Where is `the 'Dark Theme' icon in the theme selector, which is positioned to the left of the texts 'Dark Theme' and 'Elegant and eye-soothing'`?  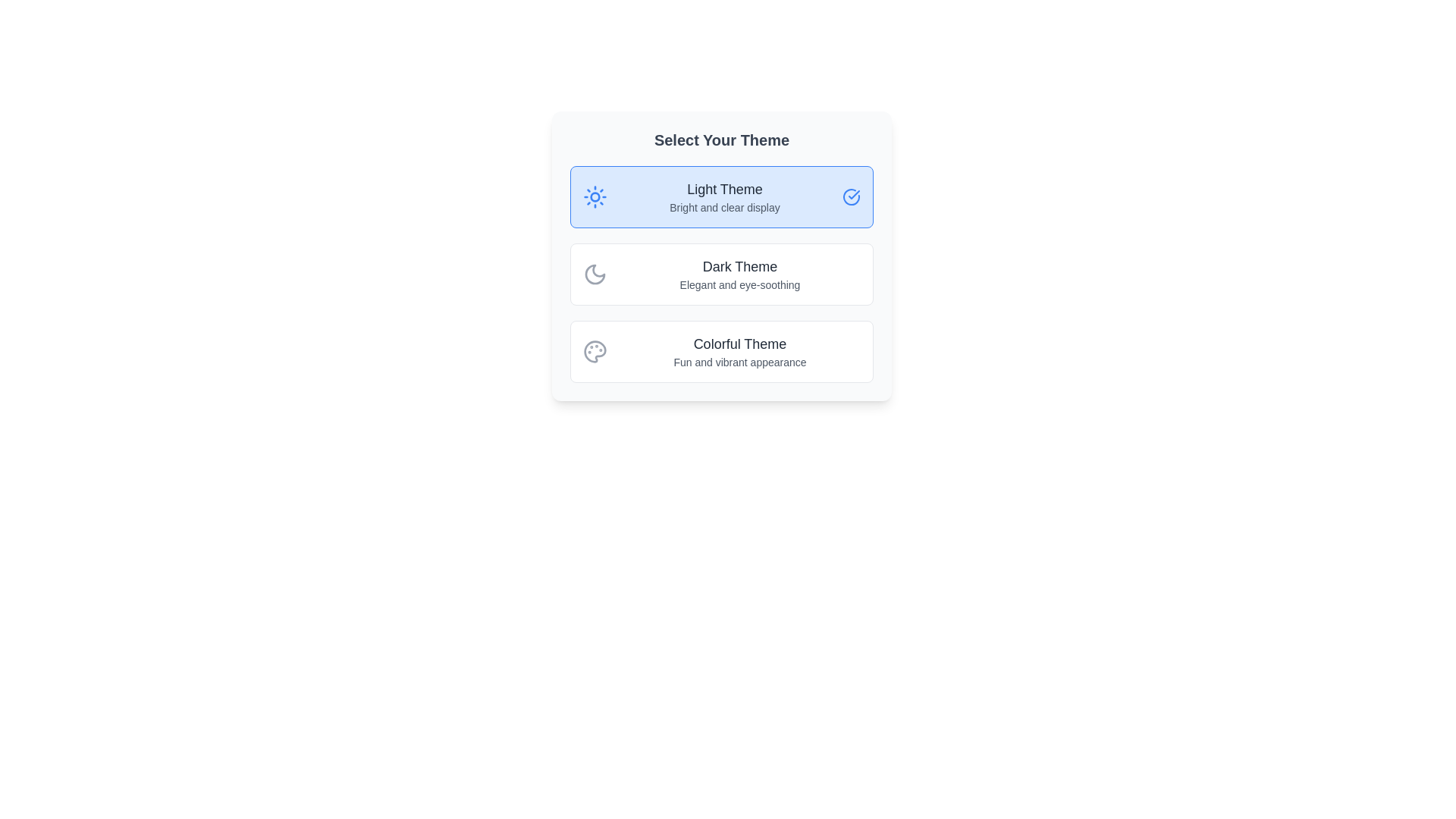 the 'Dark Theme' icon in the theme selector, which is positioned to the left of the texts 'Dark Theme' and 'Elegant and eye-soothing' is located at coordinates (595, 275).